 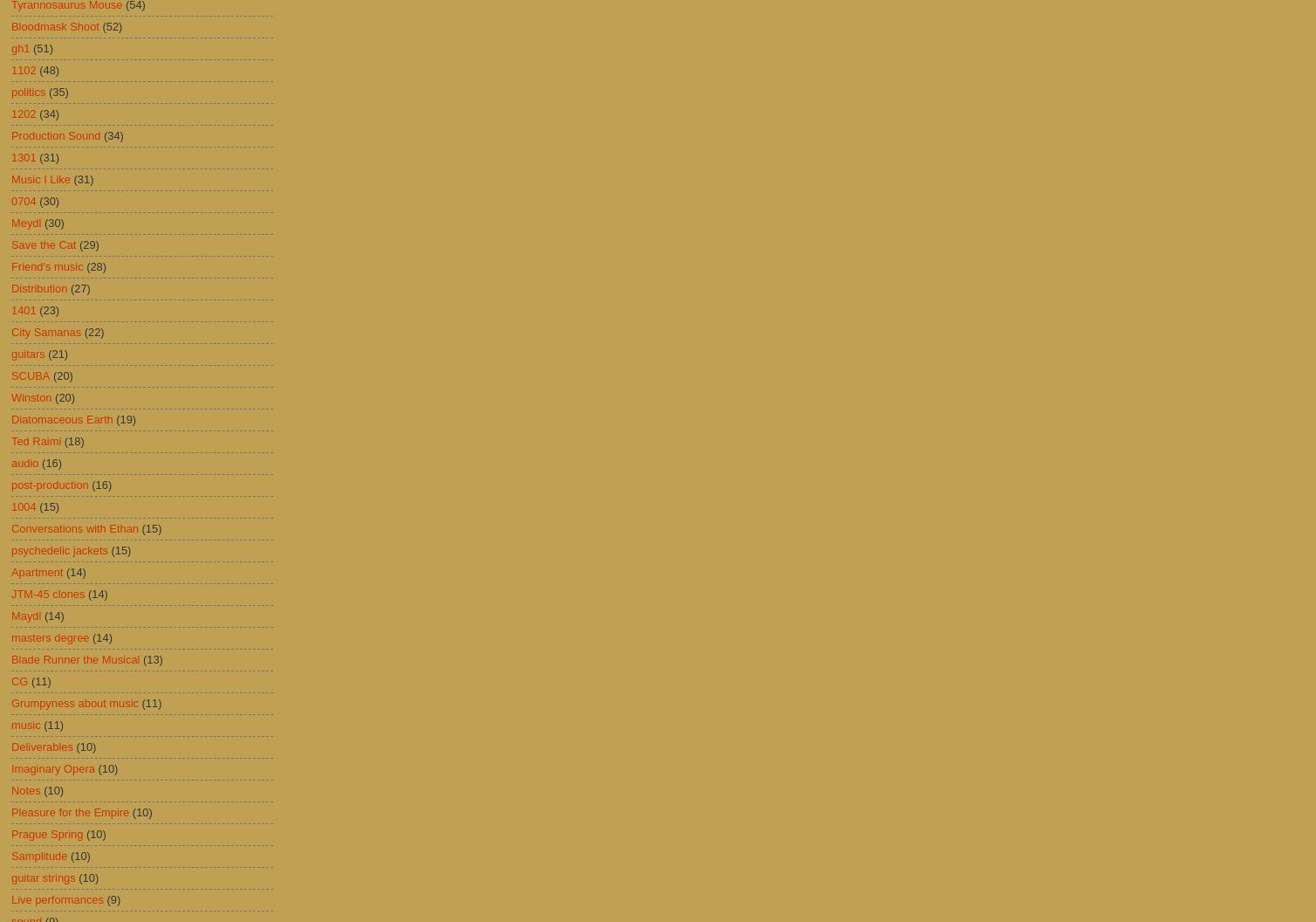 I want to click on '1401', so click(x=23, y=309).